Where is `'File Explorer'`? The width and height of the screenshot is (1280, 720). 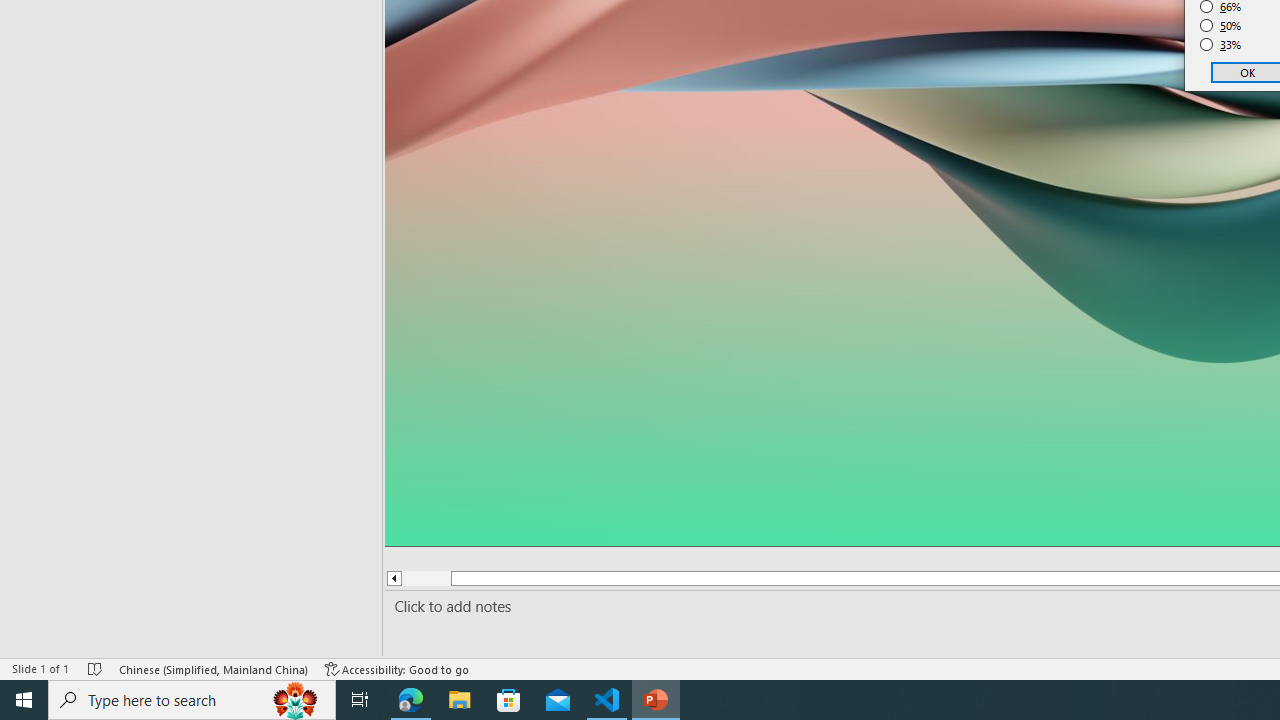 'File Explorer' is located at coordinates (459, 698).